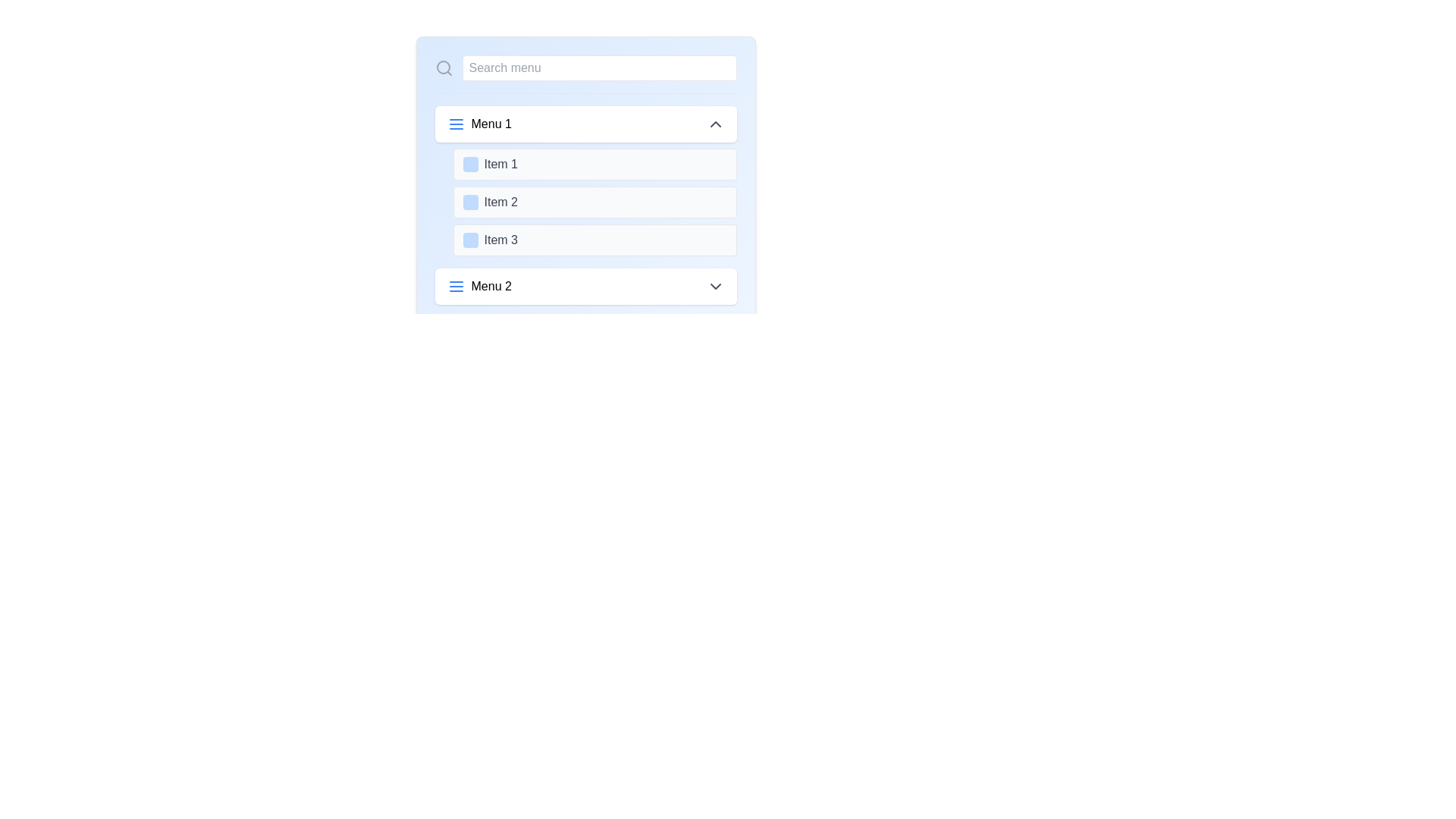  I want to click on the static text label 'Item 2' which is styled in gray and positioned next to a small blue square, so click(500, 201).